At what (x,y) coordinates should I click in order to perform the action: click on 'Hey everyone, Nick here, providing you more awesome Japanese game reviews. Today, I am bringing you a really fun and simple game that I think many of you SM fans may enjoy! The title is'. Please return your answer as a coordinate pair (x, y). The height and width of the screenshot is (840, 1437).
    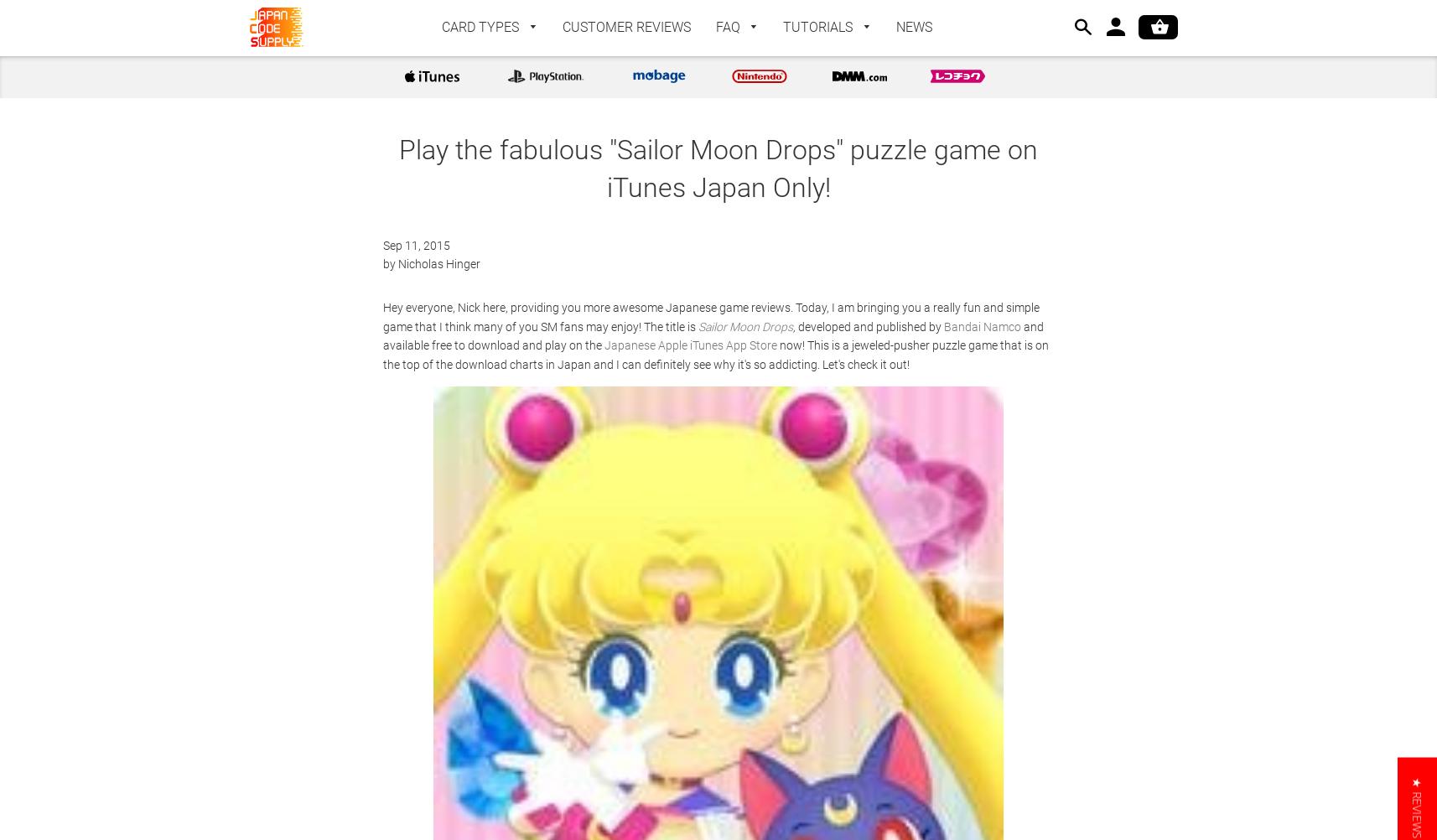
    Looking at the image, I should click on (711, 316).